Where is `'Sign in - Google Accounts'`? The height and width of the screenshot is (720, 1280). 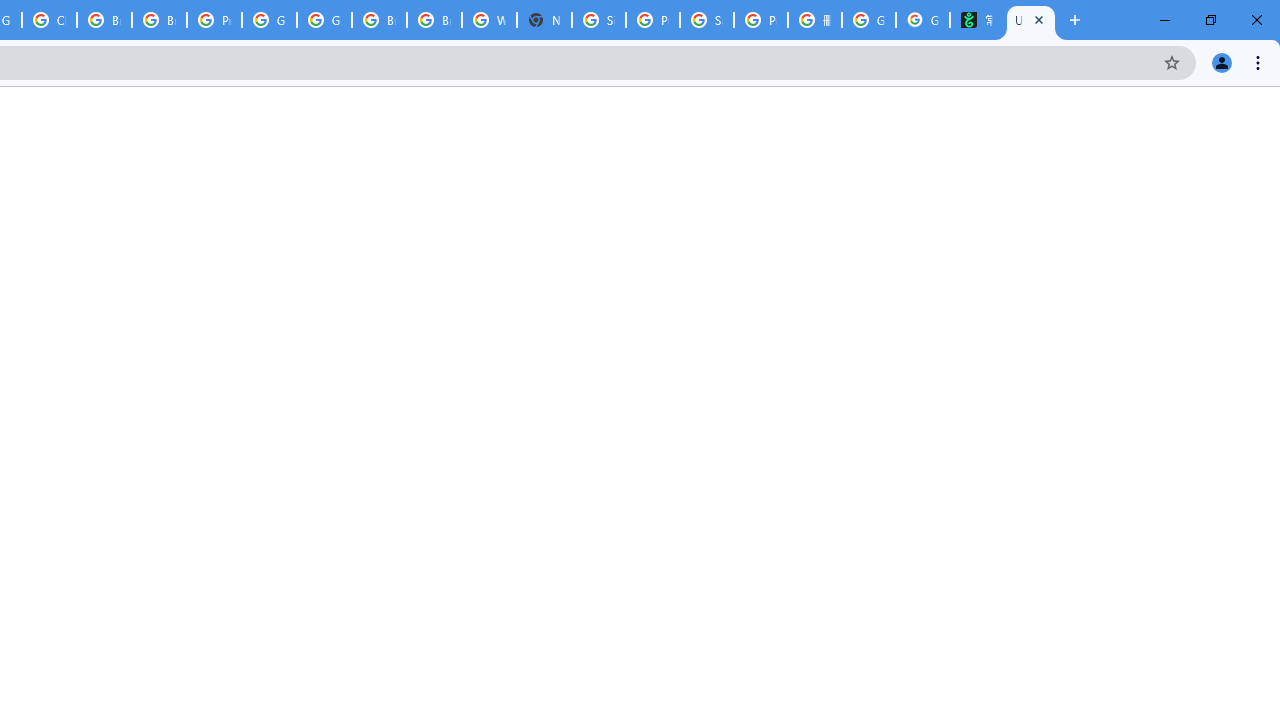
'Sign in - Google Accounts' is located at coordinates (598, 20).